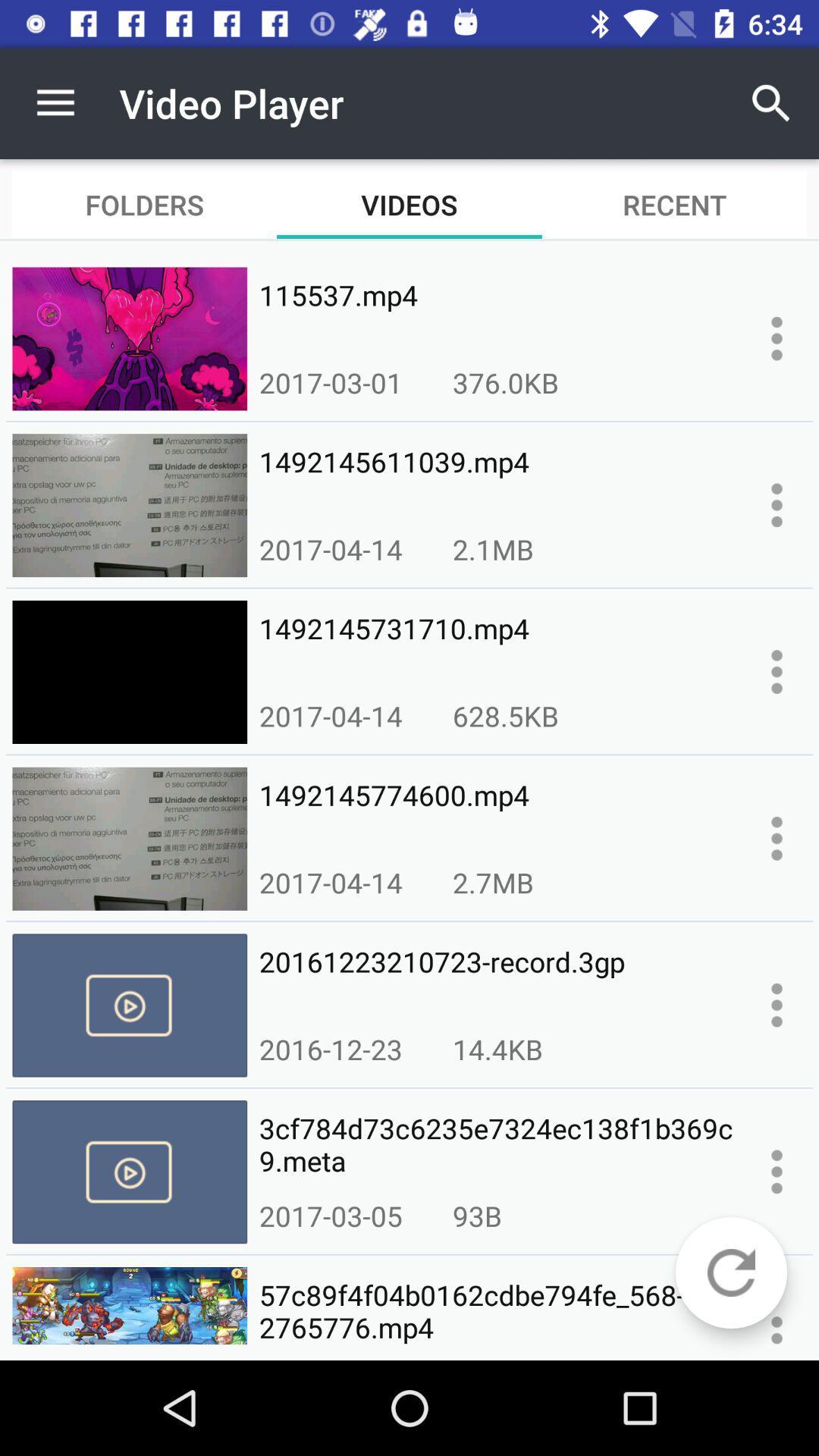  I want to click on options, so click(777, 1171).